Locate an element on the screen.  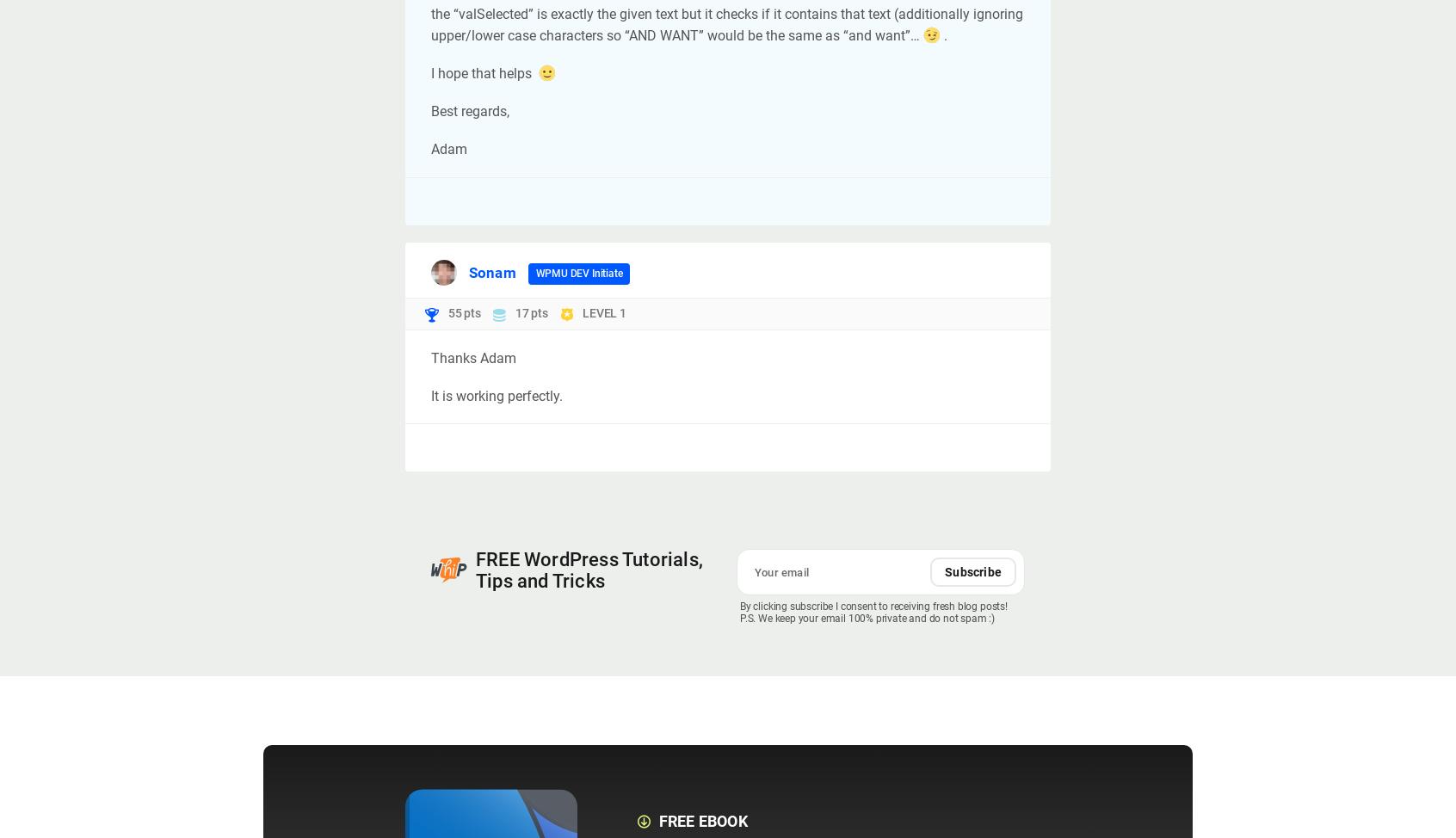
'1' is located at coordinates (618, 312).